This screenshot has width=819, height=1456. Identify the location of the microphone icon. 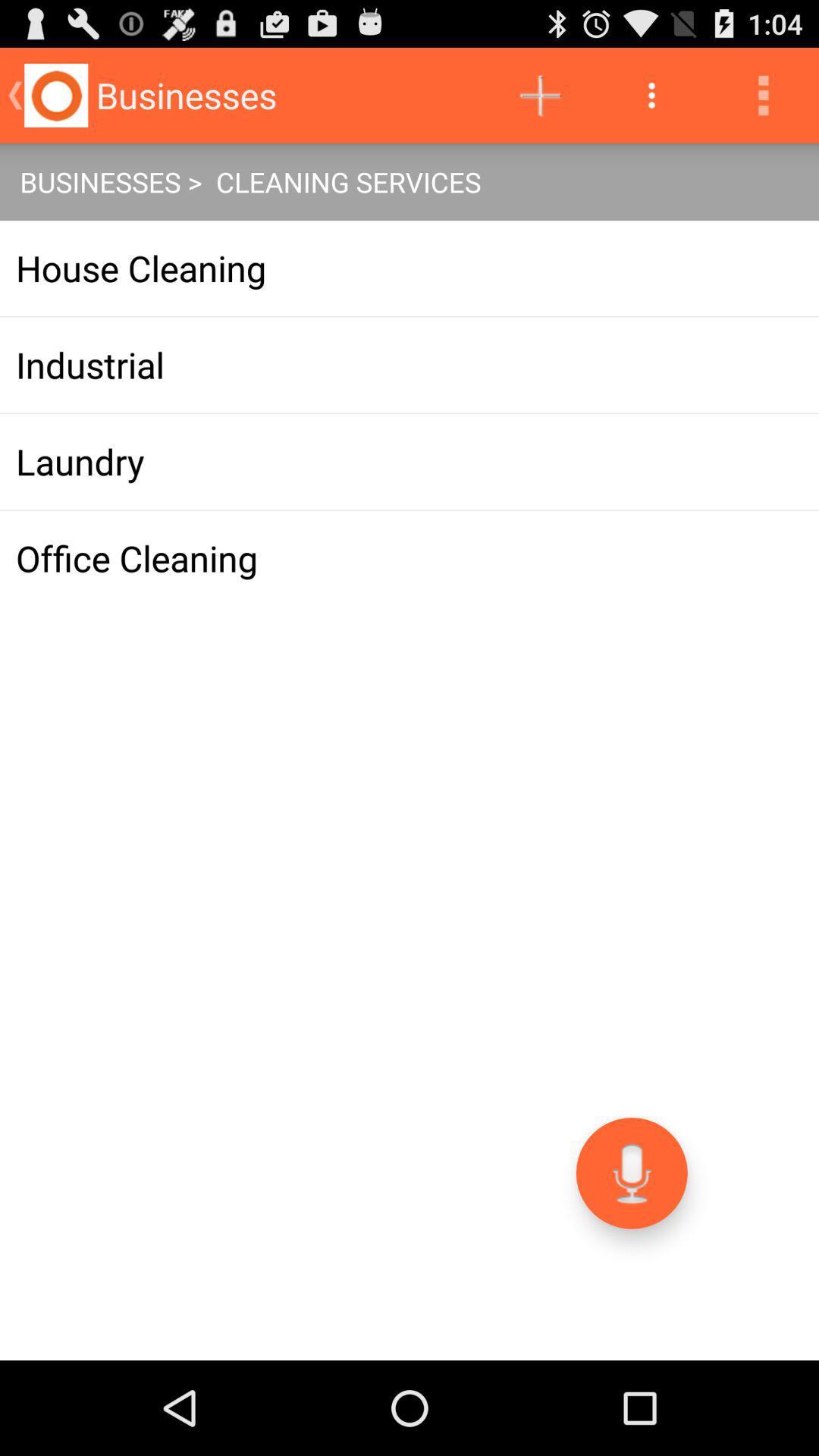
(632, 1256).